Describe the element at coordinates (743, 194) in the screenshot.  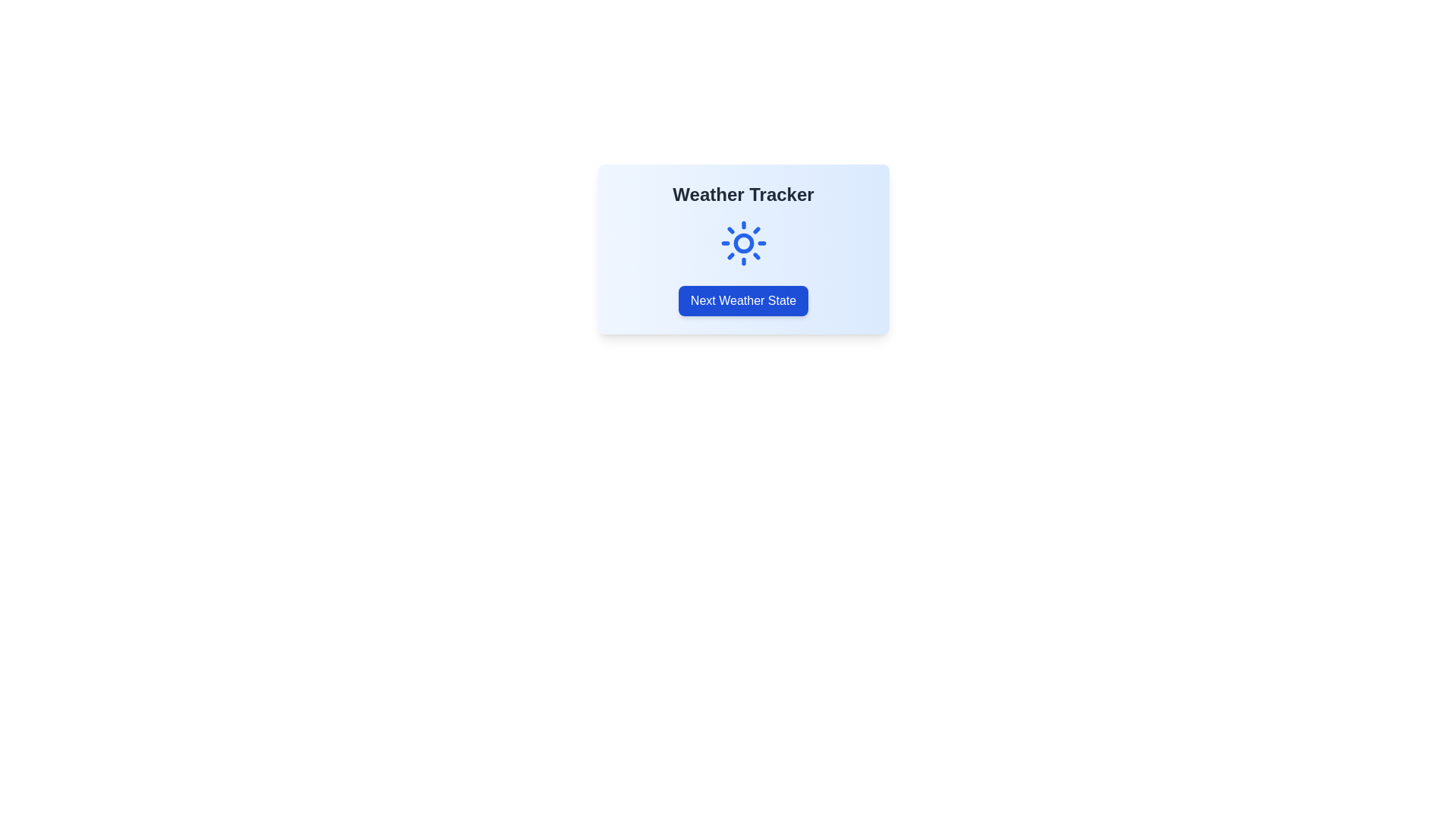
I see `the text label displaying 'Weather Tracker' in a bold, large, serif font, located at the top center of the rounded card with a gradient blue background` at that location.